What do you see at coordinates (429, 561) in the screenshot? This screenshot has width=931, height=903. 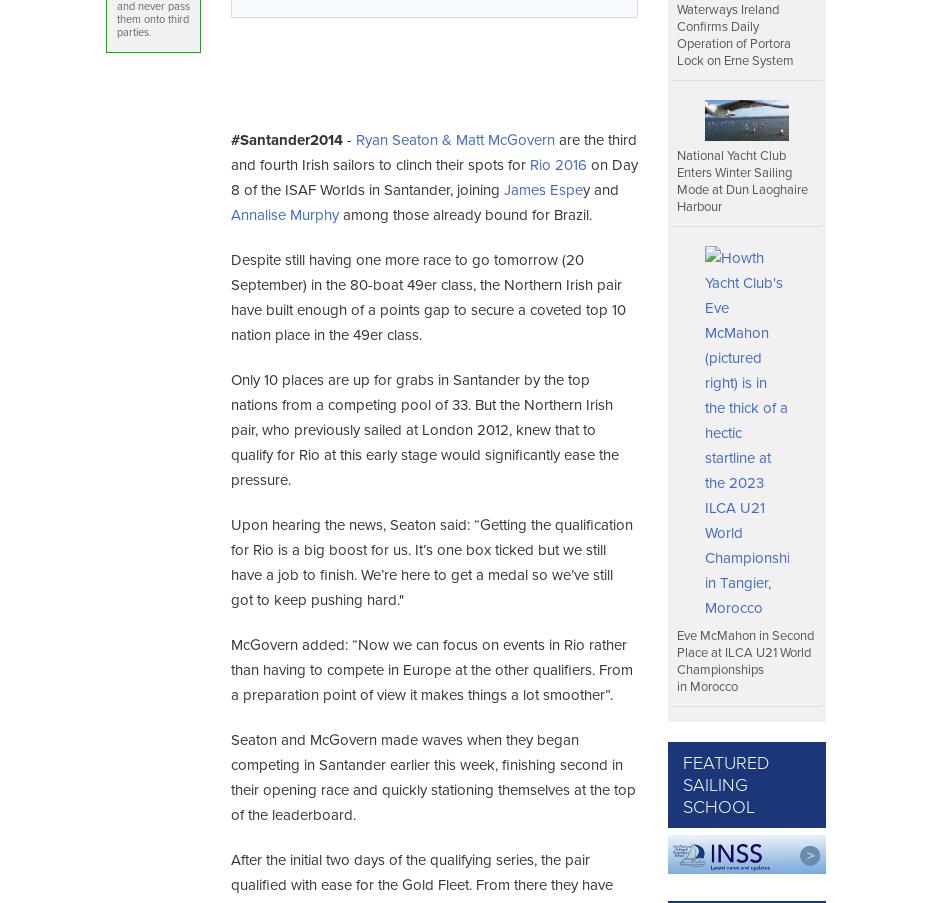 I see `'Upon hearing the news, Seaton said: “Getting the qualification for Rio is a big boost for us. It’s one box ticked but we still have a job to finish. We’re here to get a medal so we’ve still got to keep pushing hard."'` at bounding box center [429, 561].